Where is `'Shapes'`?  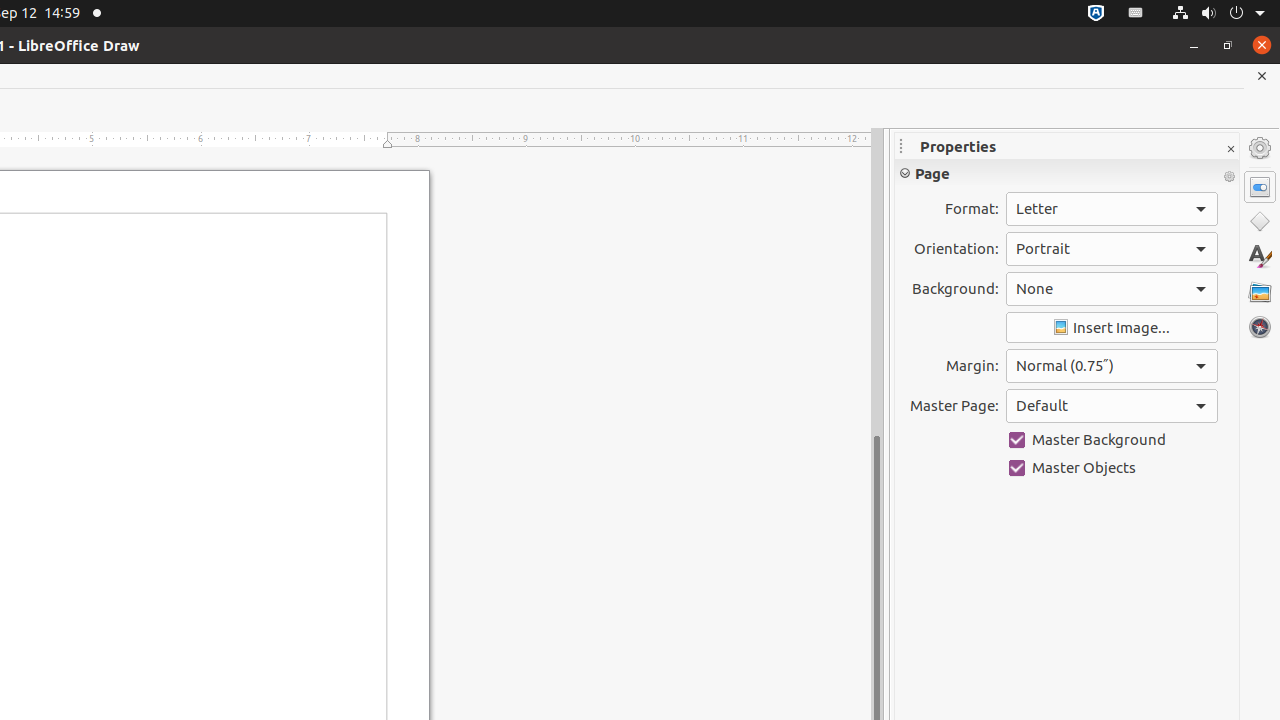
'Shapes' is located at coordinates (1259, 221).